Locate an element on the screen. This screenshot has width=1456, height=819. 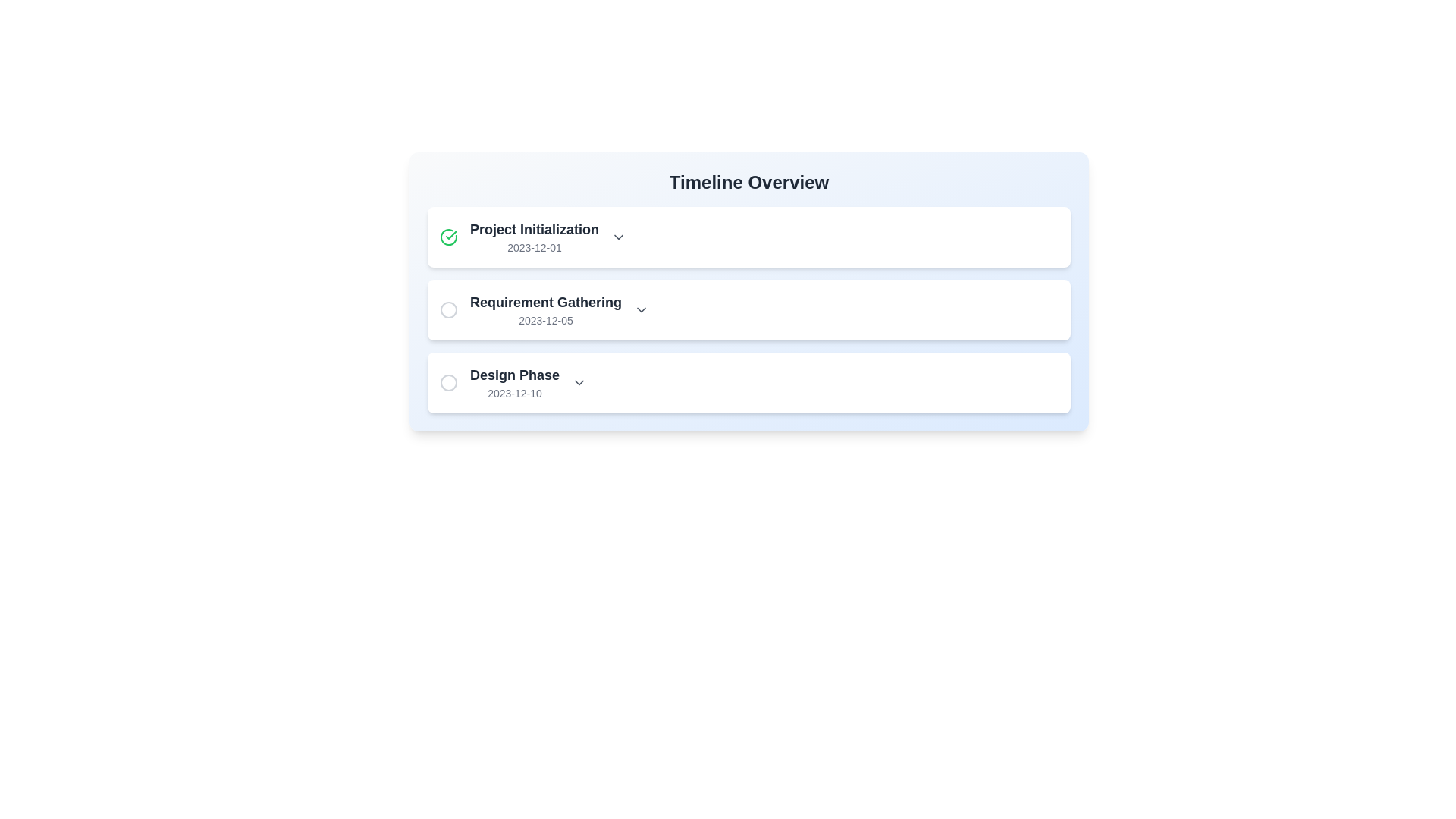
the list item titled 'Requirement Gathering' is located at coordinates (546, 309).